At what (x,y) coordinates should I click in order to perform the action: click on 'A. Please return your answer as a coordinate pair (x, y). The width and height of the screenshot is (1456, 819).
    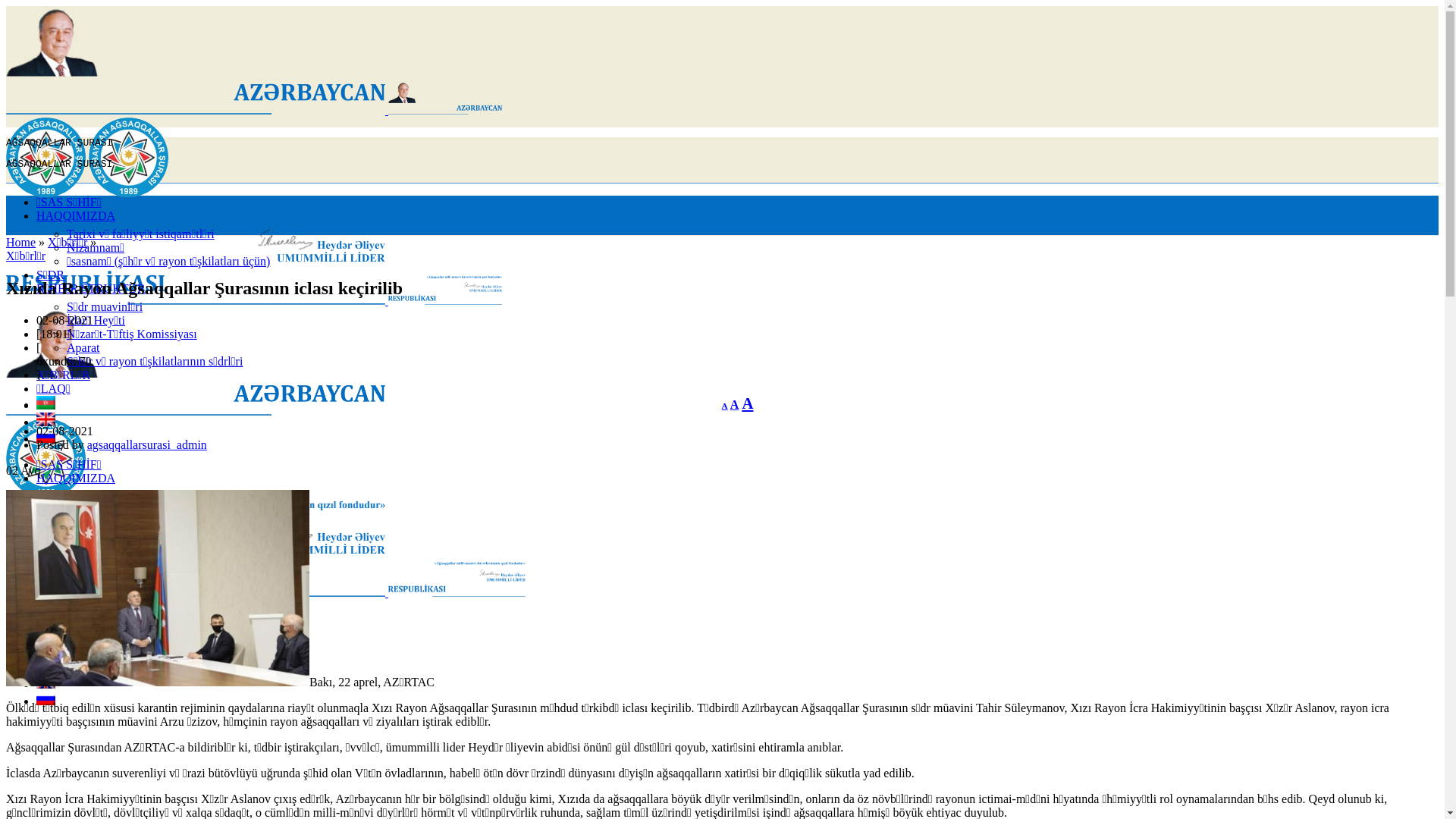
    Looking at the image, I should click on (742, 402).